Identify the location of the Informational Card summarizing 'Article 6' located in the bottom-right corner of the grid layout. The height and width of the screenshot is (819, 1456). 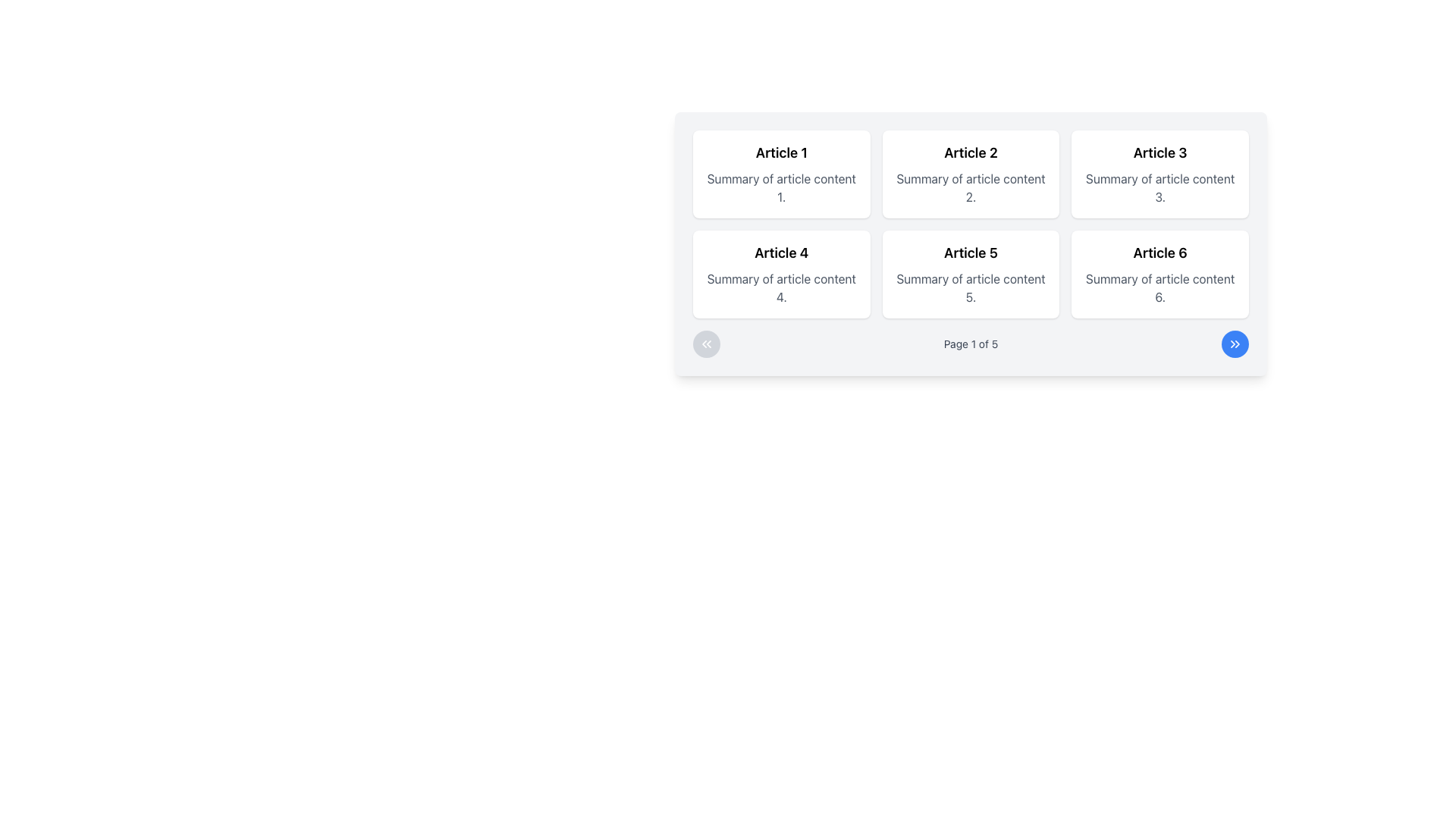
(1159, 275).